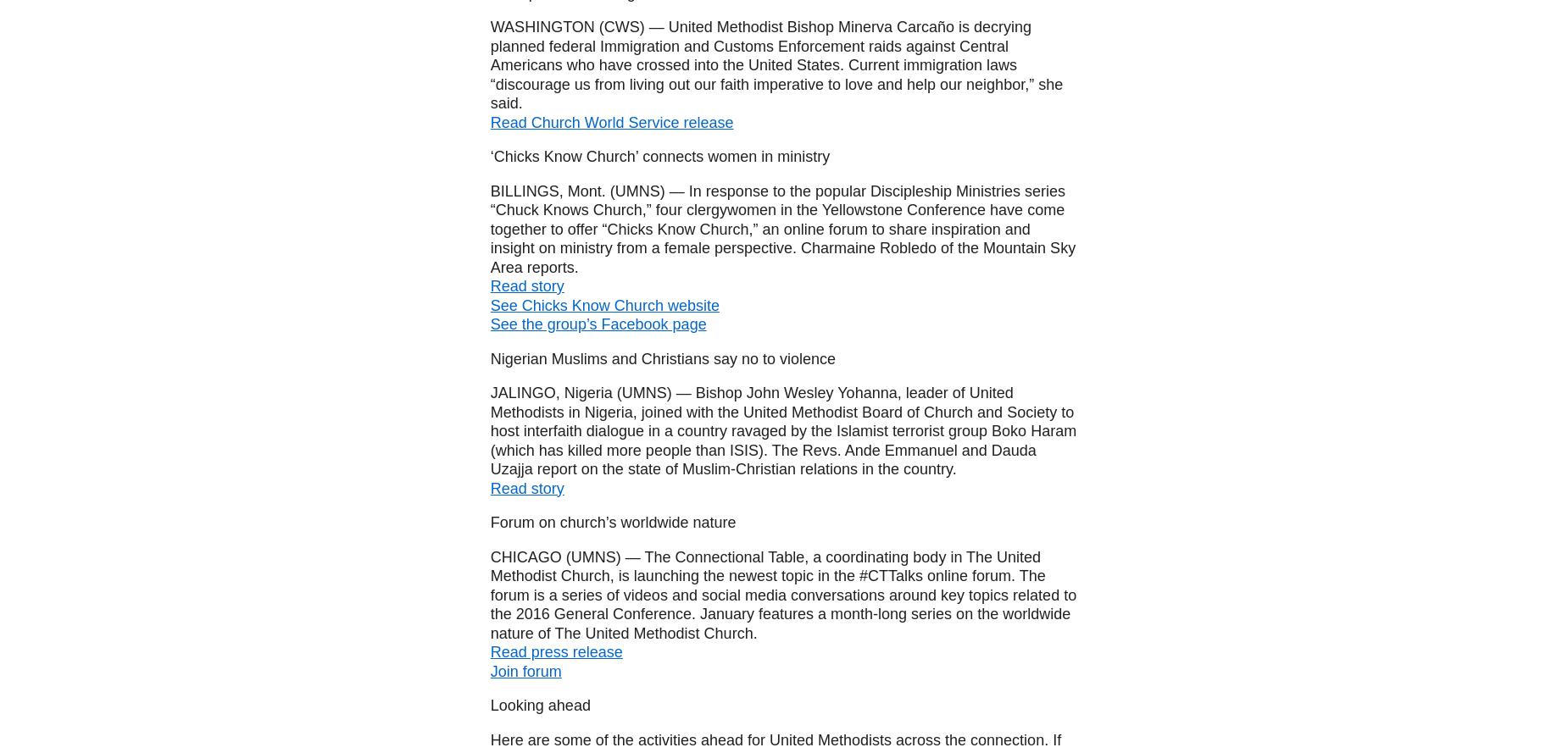 The height and width of the screenshot is (753, 1568). I want to click on 'CHICAGO (UMNS) — The Connectional Table, a coordinating body in The United Methodist Church, is launching the newest topic in the #CTTalks online forum. The forum is a series of videos and social media conversations around key topics related to the 2016 General Conference. January features a month-long series on the worldwide nature of The United Methodist Church.', so click(489, 594).